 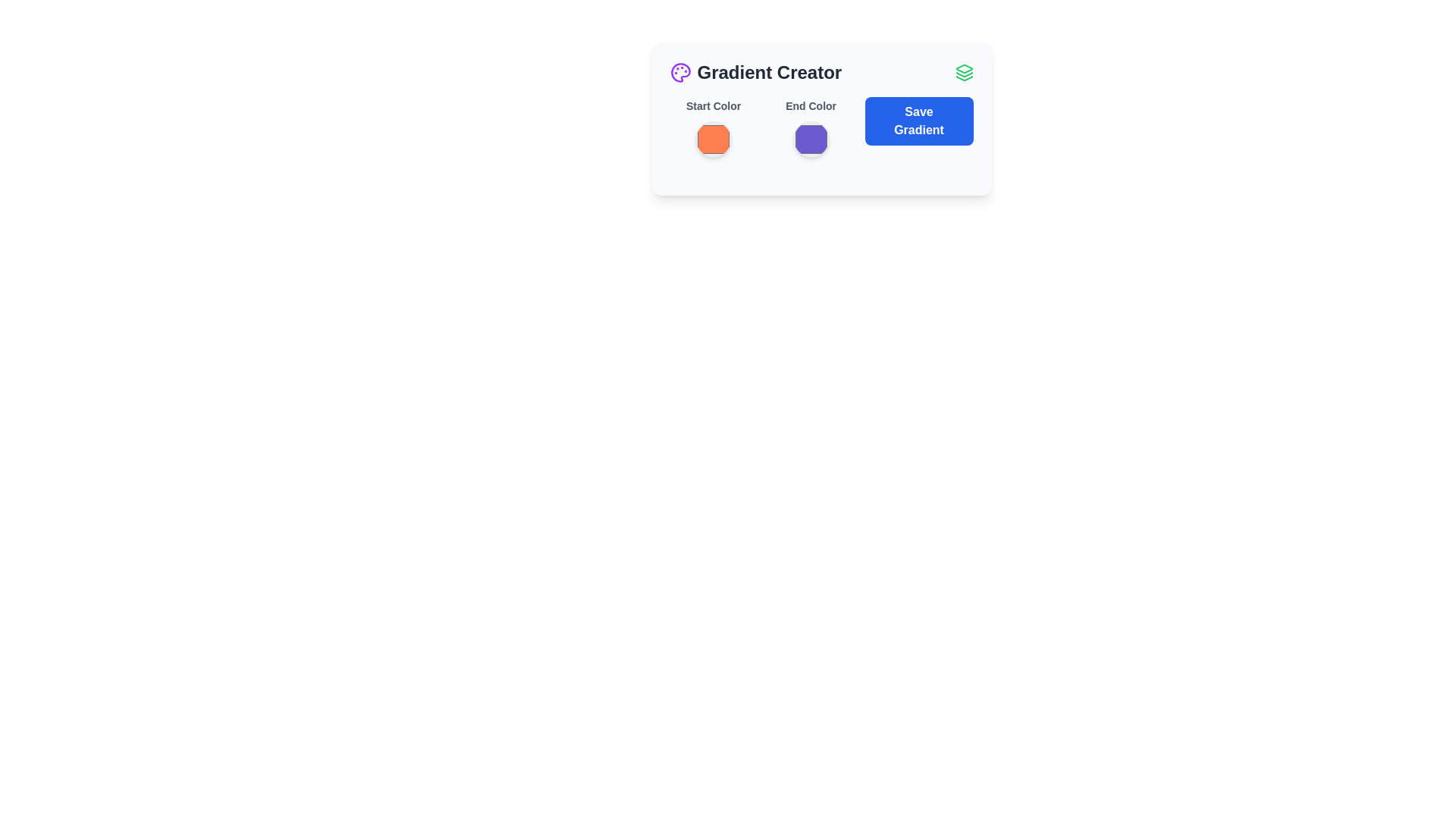 What do you see at coordinates (712, 127) in the screenshot?
I see `the leftmost color picker component in the 'Gradient Creator' panel to pick a new color` at bounding box center [712, 127].